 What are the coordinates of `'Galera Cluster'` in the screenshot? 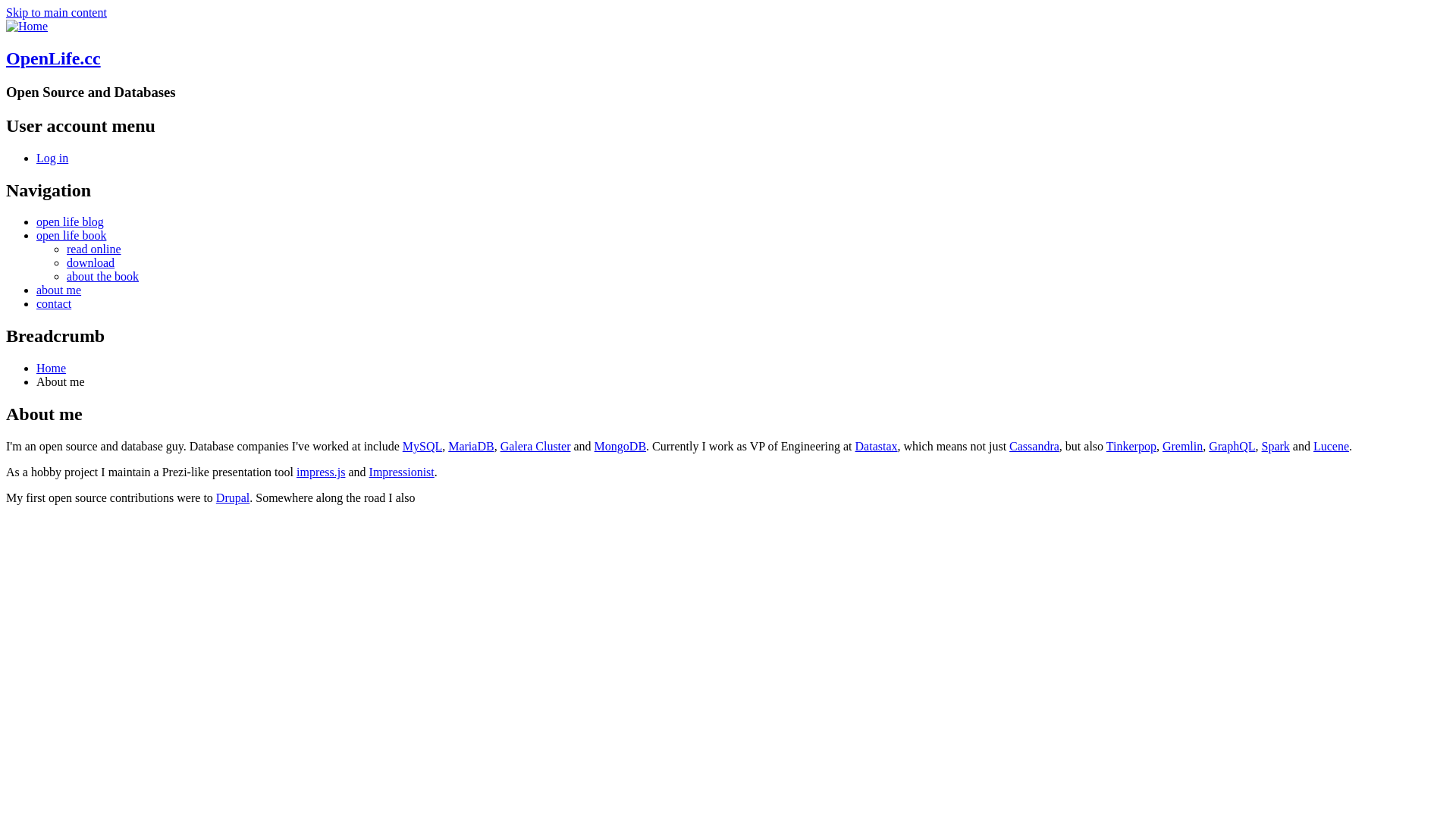 It's located at (535, 445).